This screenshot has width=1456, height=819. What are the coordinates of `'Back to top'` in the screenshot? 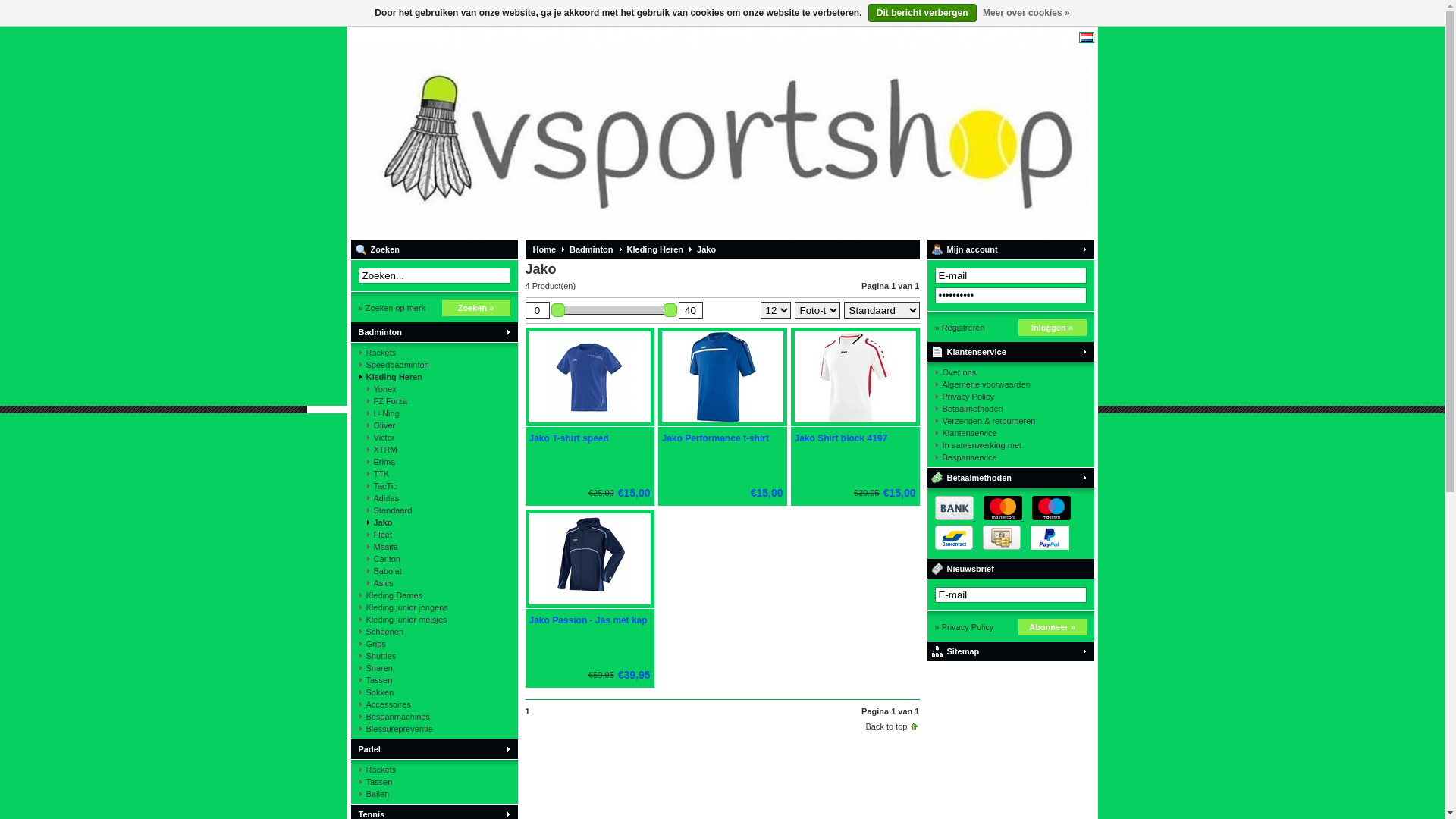 It's located at (865, 725).